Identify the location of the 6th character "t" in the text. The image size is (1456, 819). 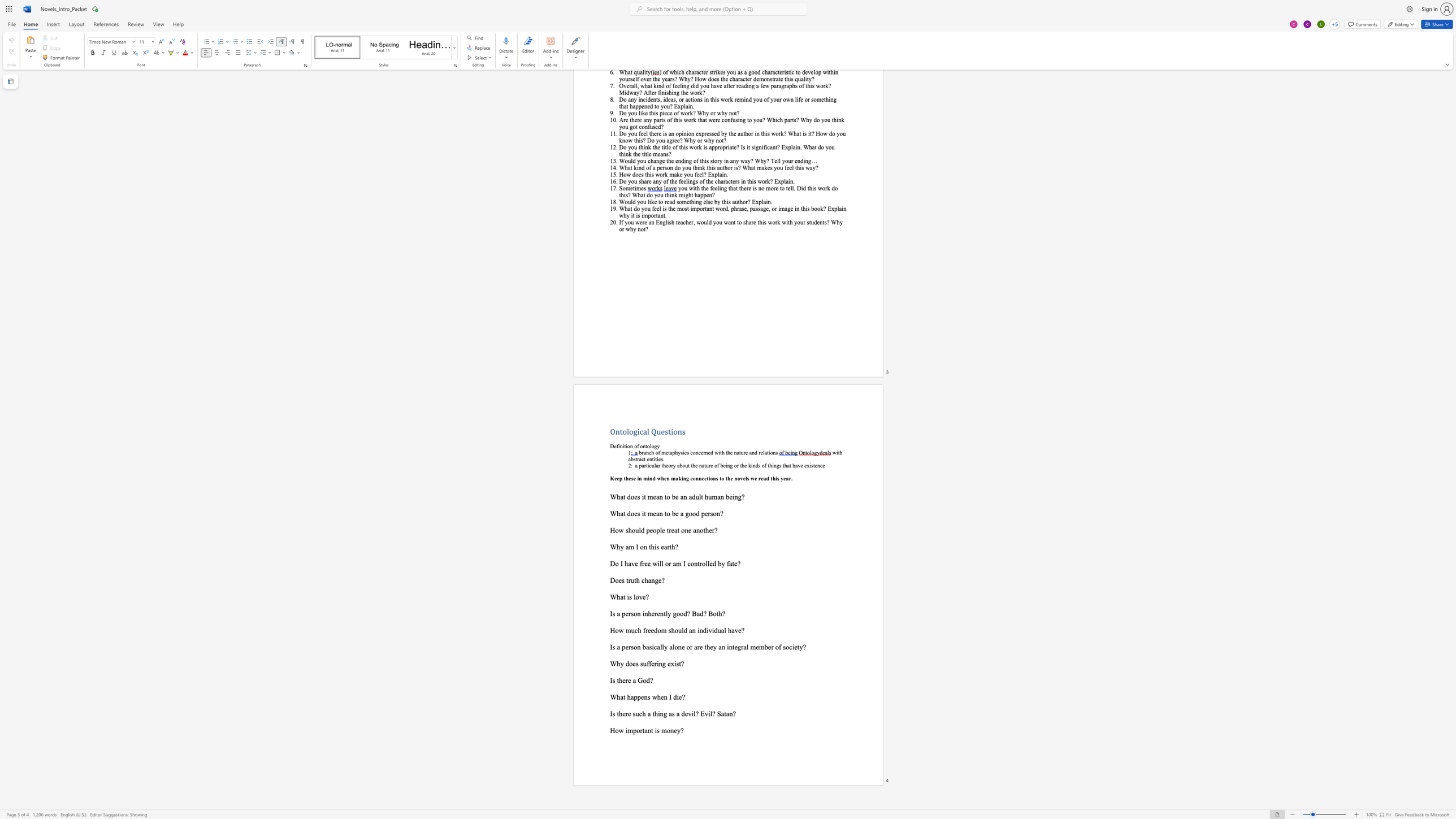
(741, 465).